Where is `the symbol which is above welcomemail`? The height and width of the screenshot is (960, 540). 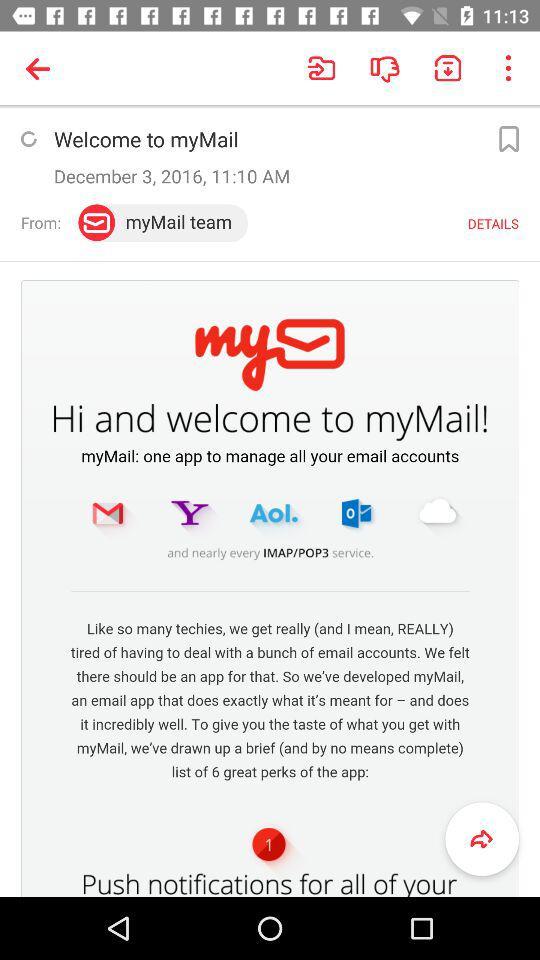
the symbol which is above welcomemail is located at coordinates (42, 67).